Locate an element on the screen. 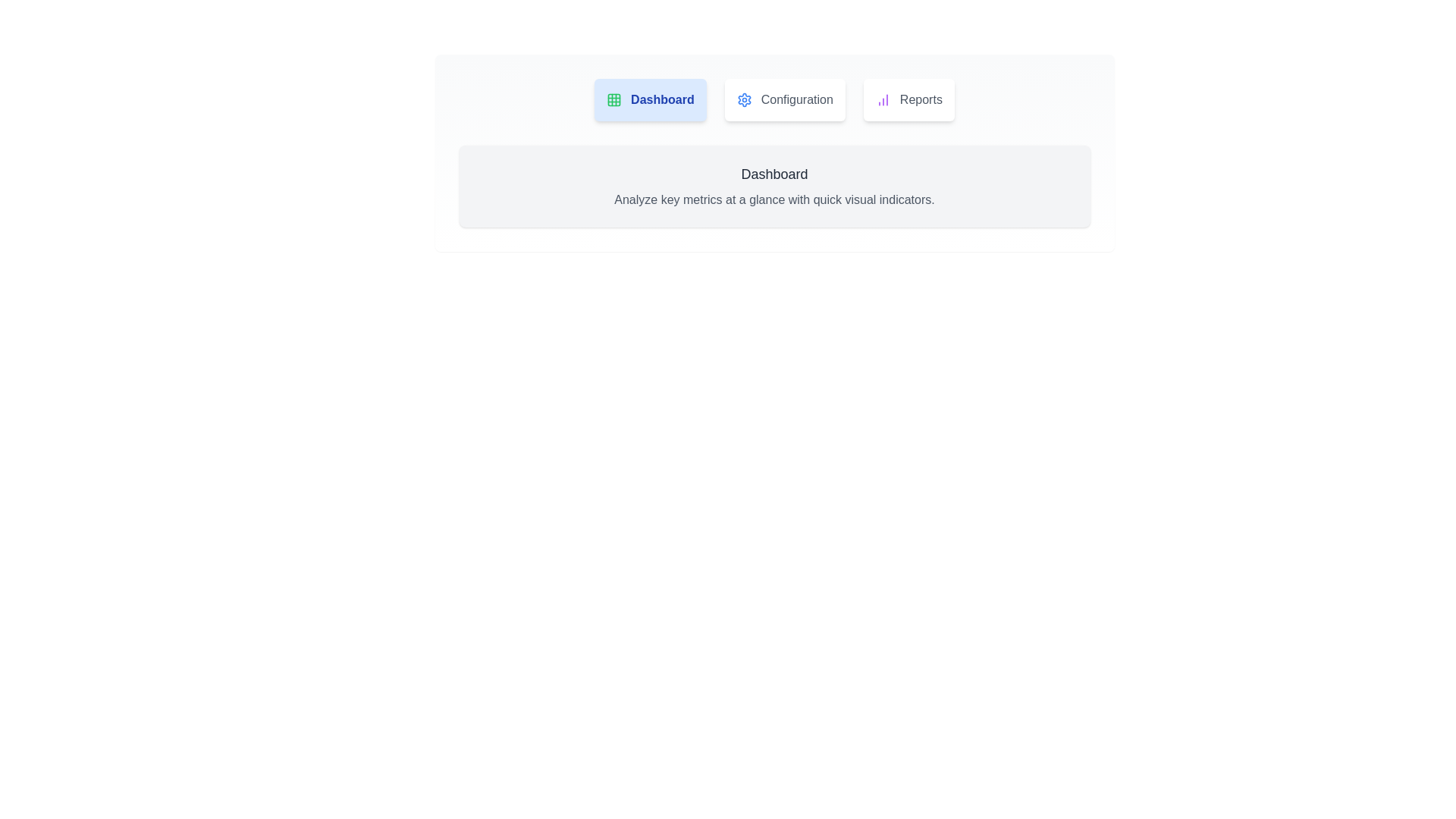 Image resolution: width=1456 pixels, height=819 pixels. the Dashboard tab to switch to its content is located at coordinates (650, 99).